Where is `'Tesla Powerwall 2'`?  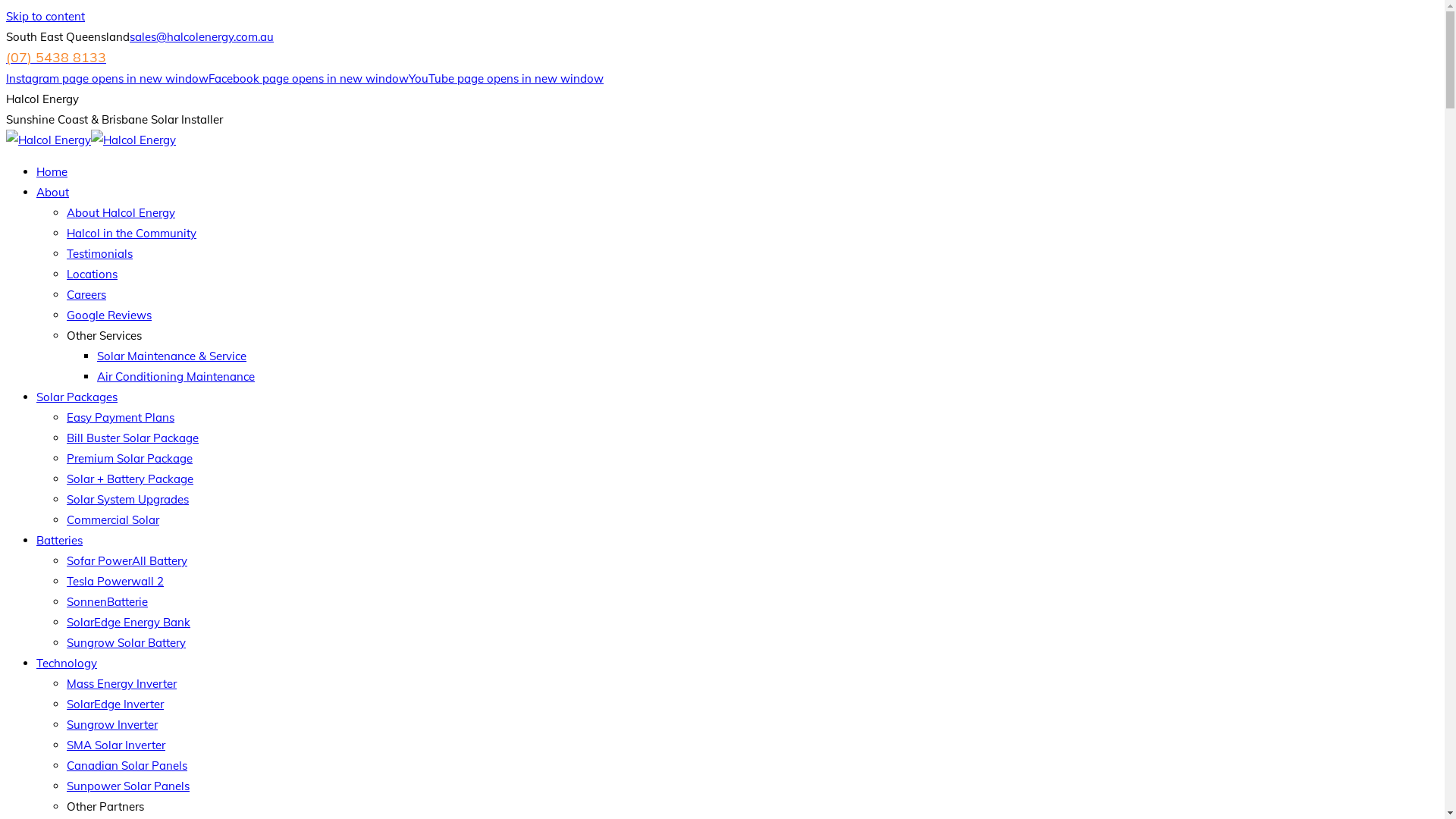 'Tesla Powerwall 2' is located at coordinates (115, 580).